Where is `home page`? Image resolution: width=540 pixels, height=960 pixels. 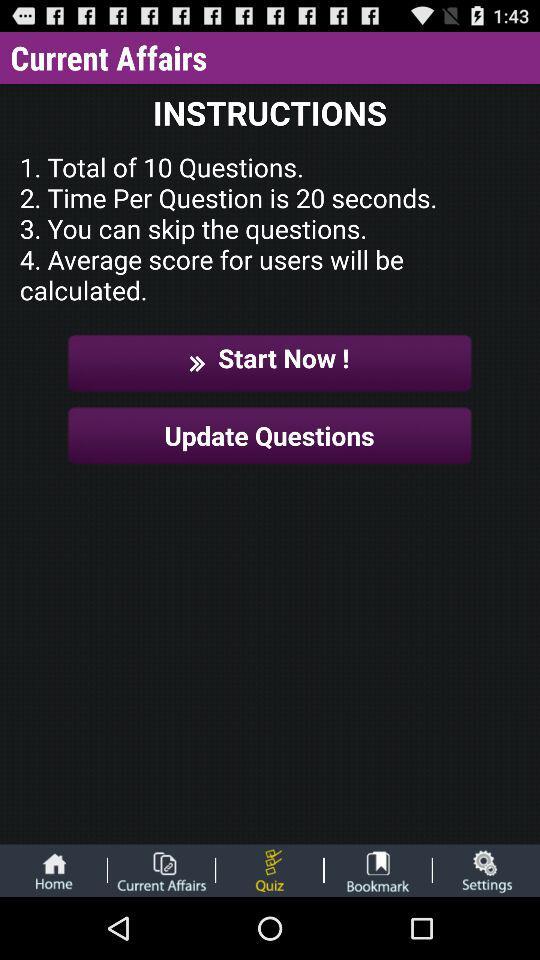
home page is located at coordinates (53, 869).